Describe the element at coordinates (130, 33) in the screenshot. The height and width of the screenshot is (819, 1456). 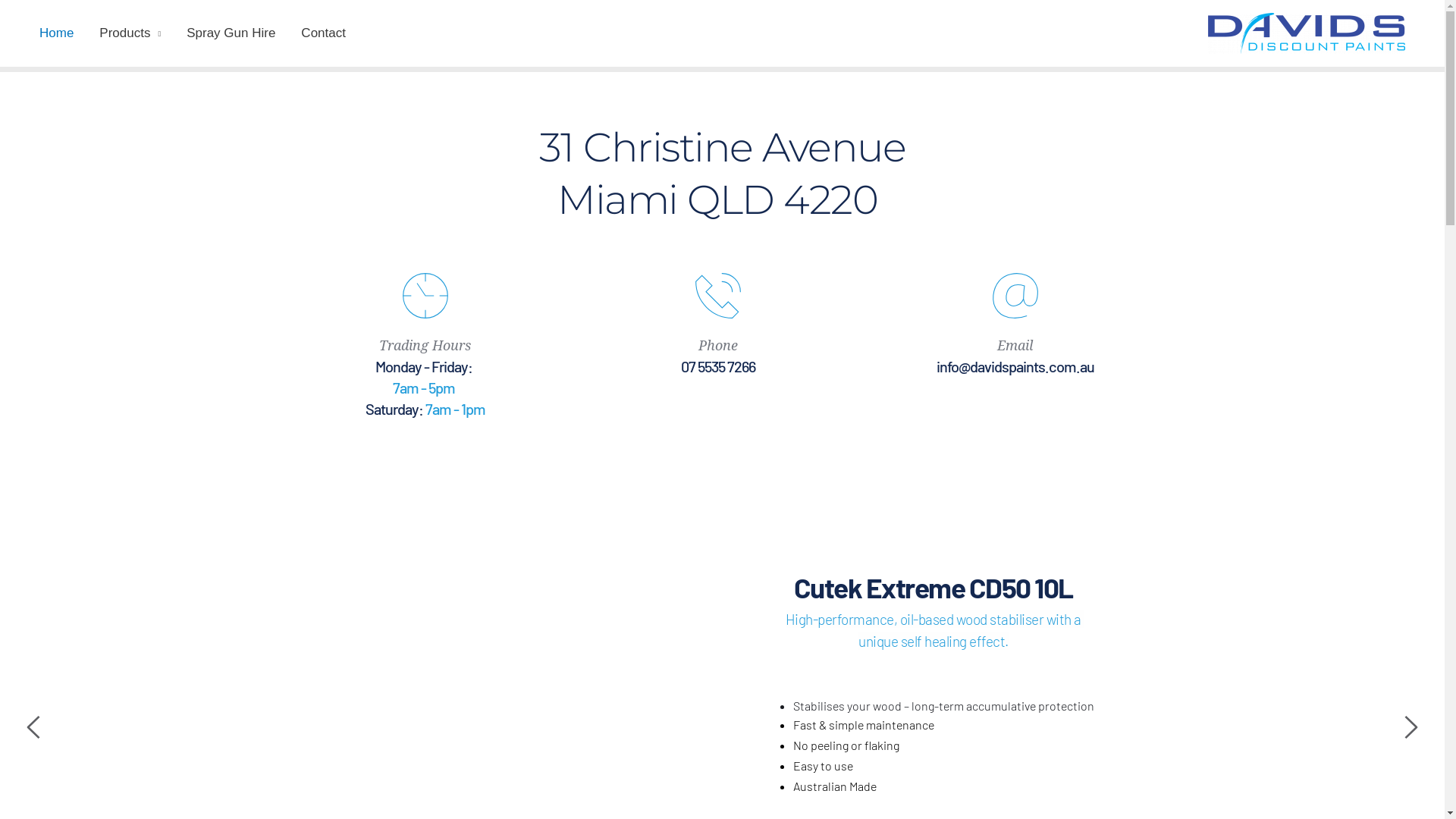
I see `'Products'` at that location.